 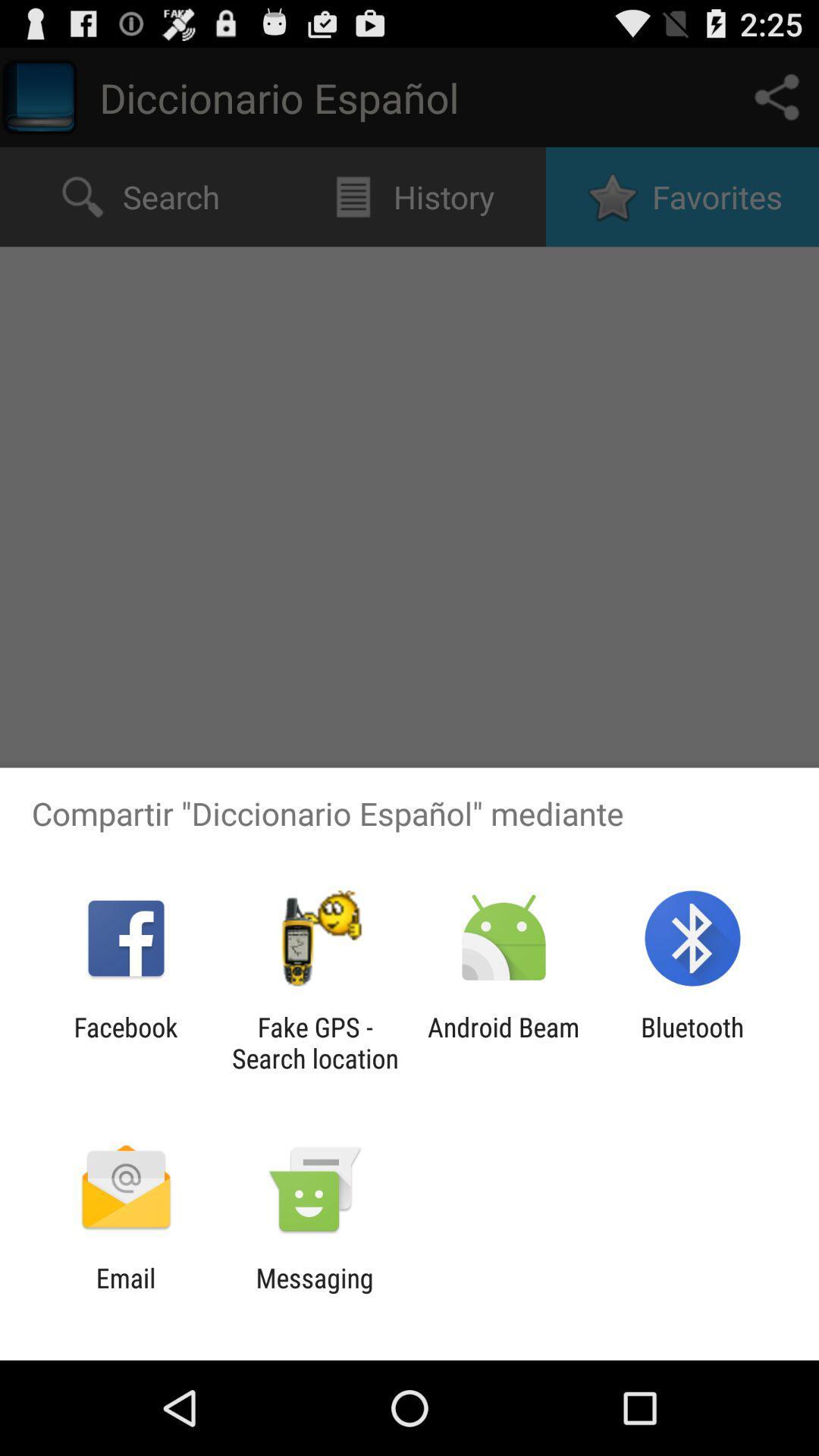 What do you see at coordinates (314, 1042) in the screenshot?
I see `the fake gps search item` at bounding box center [314, 1042].